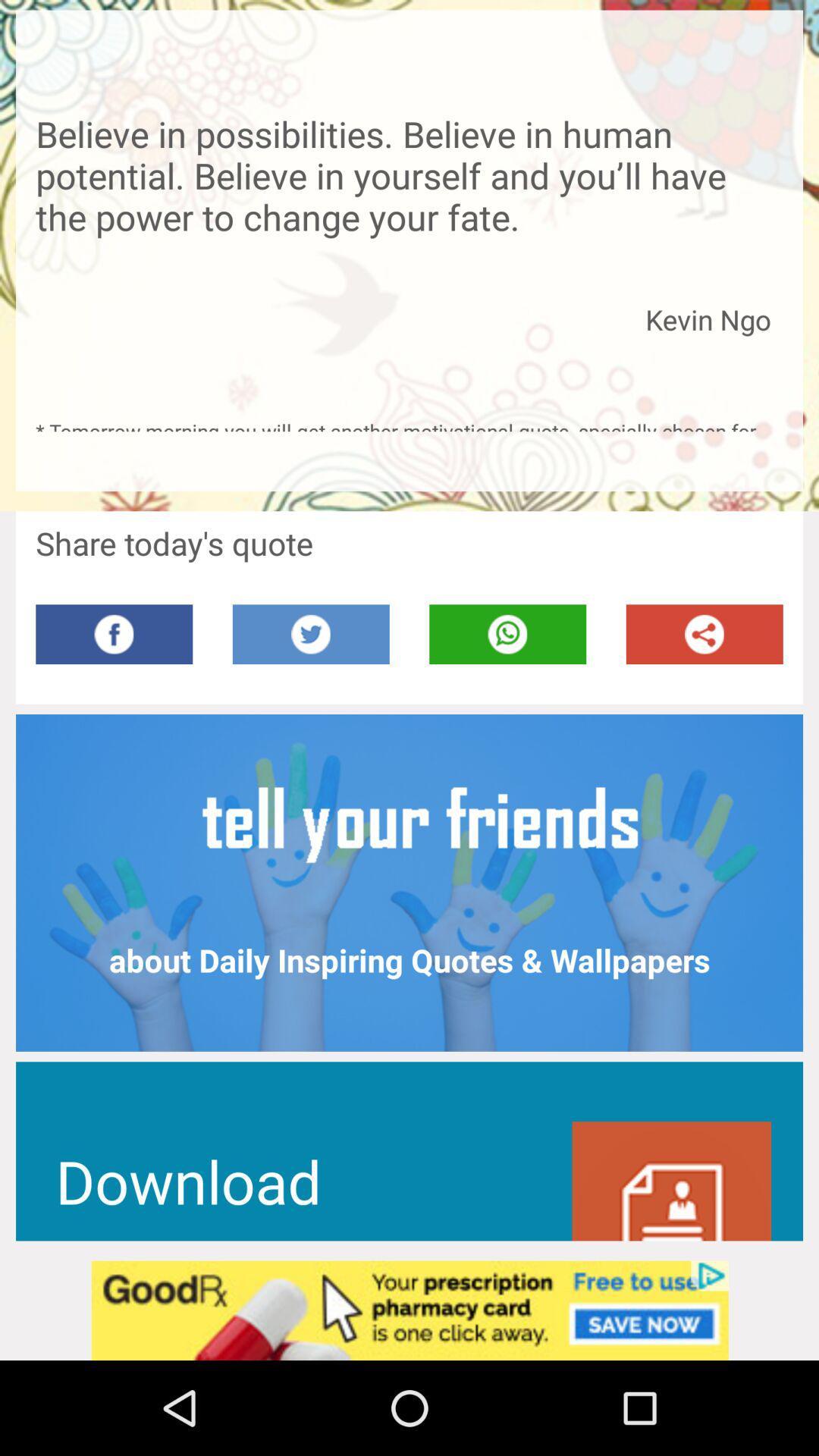 The image size is (819, 1456). What do you see at coordinates (704, 634) in the screenshot?
I see `share this quote` at bounding box center [704, 634].